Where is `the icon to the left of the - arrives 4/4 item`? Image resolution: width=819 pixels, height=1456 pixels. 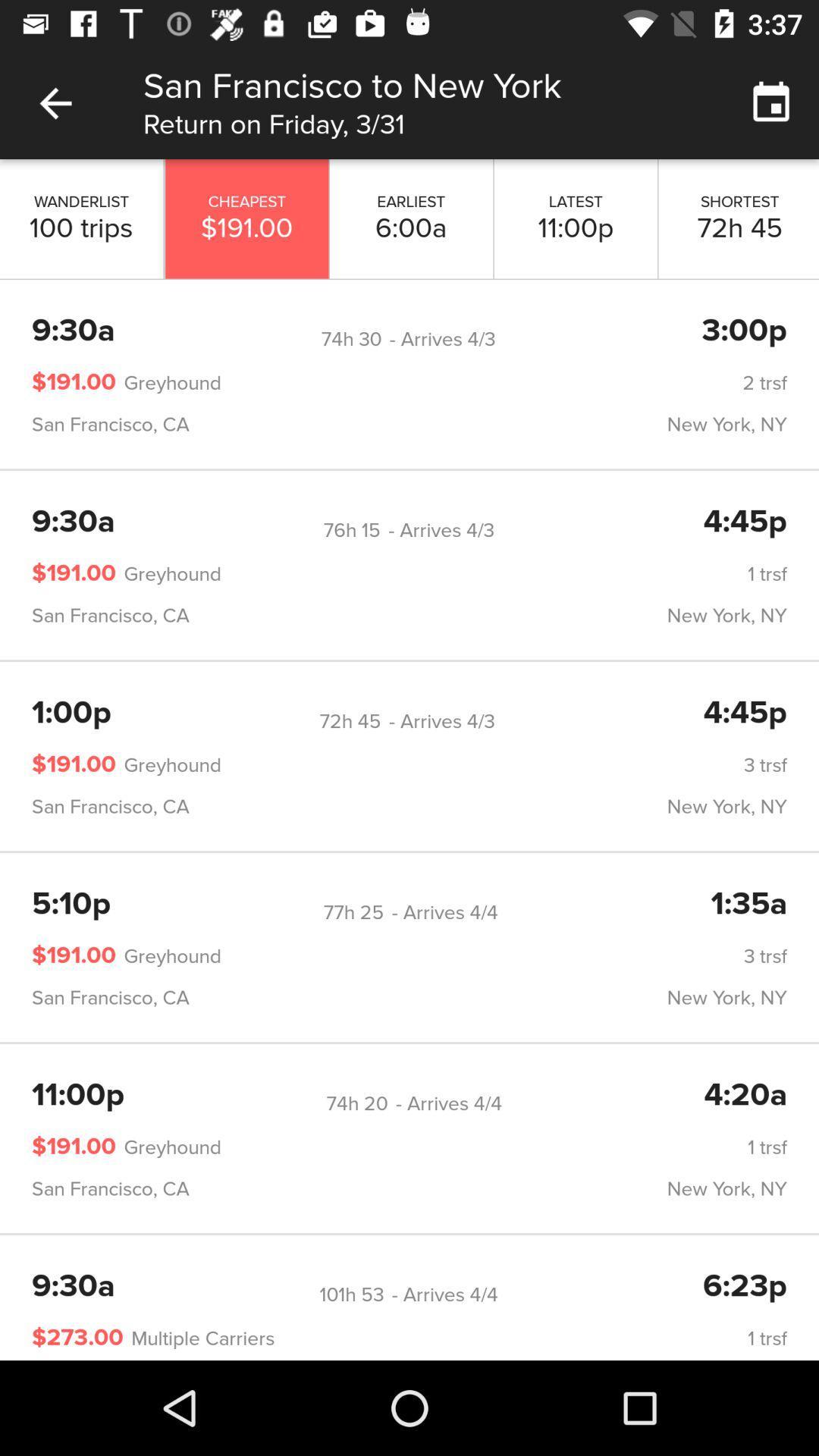 the icon to the left of the - arrives 4/4 item is located at coordinates (353, 912).